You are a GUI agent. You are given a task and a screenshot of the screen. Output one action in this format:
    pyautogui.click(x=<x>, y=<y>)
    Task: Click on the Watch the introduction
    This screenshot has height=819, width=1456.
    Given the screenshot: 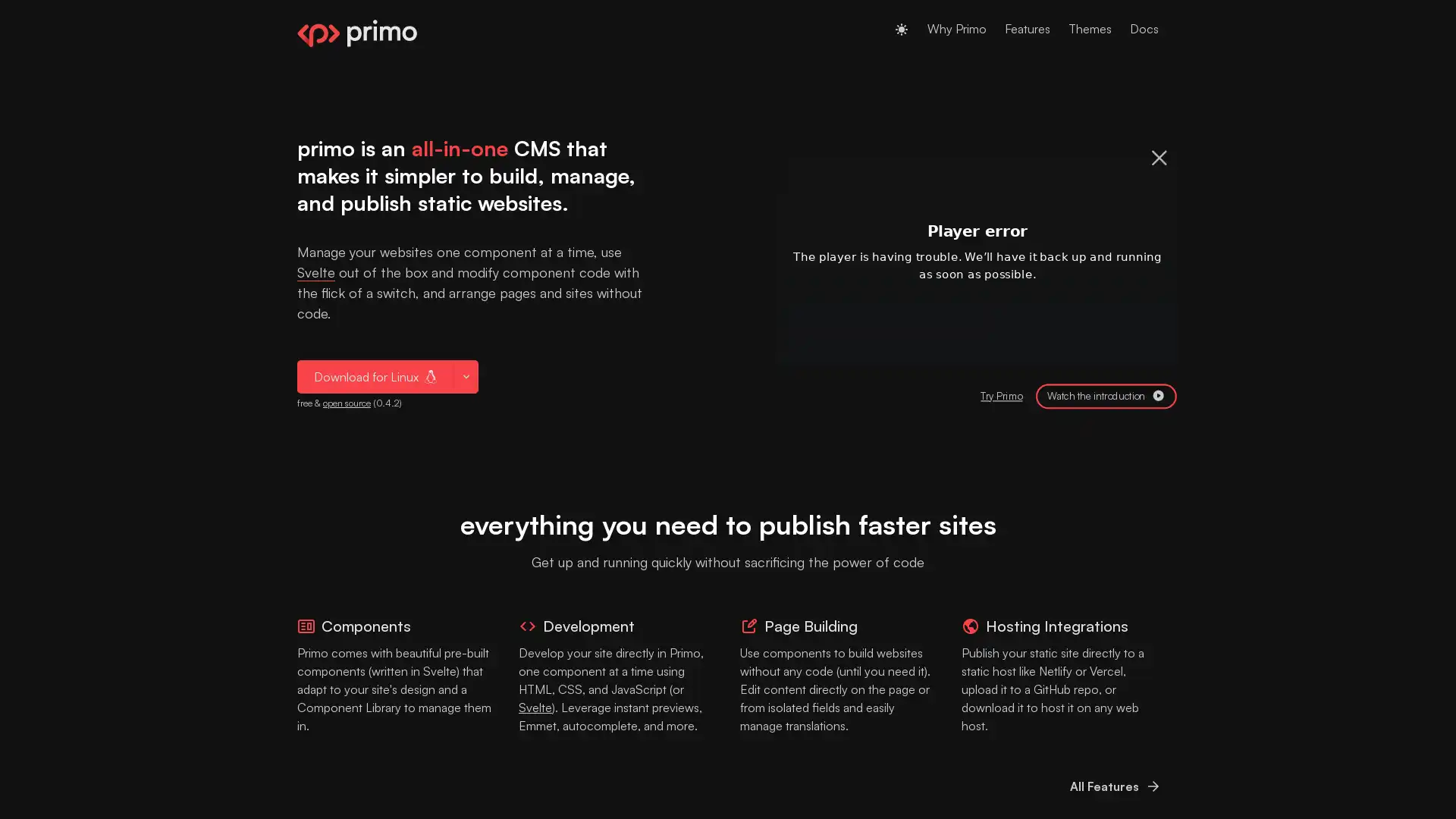 What is the action you would take?
    pyautogui.click(x=1106, y=395)
    